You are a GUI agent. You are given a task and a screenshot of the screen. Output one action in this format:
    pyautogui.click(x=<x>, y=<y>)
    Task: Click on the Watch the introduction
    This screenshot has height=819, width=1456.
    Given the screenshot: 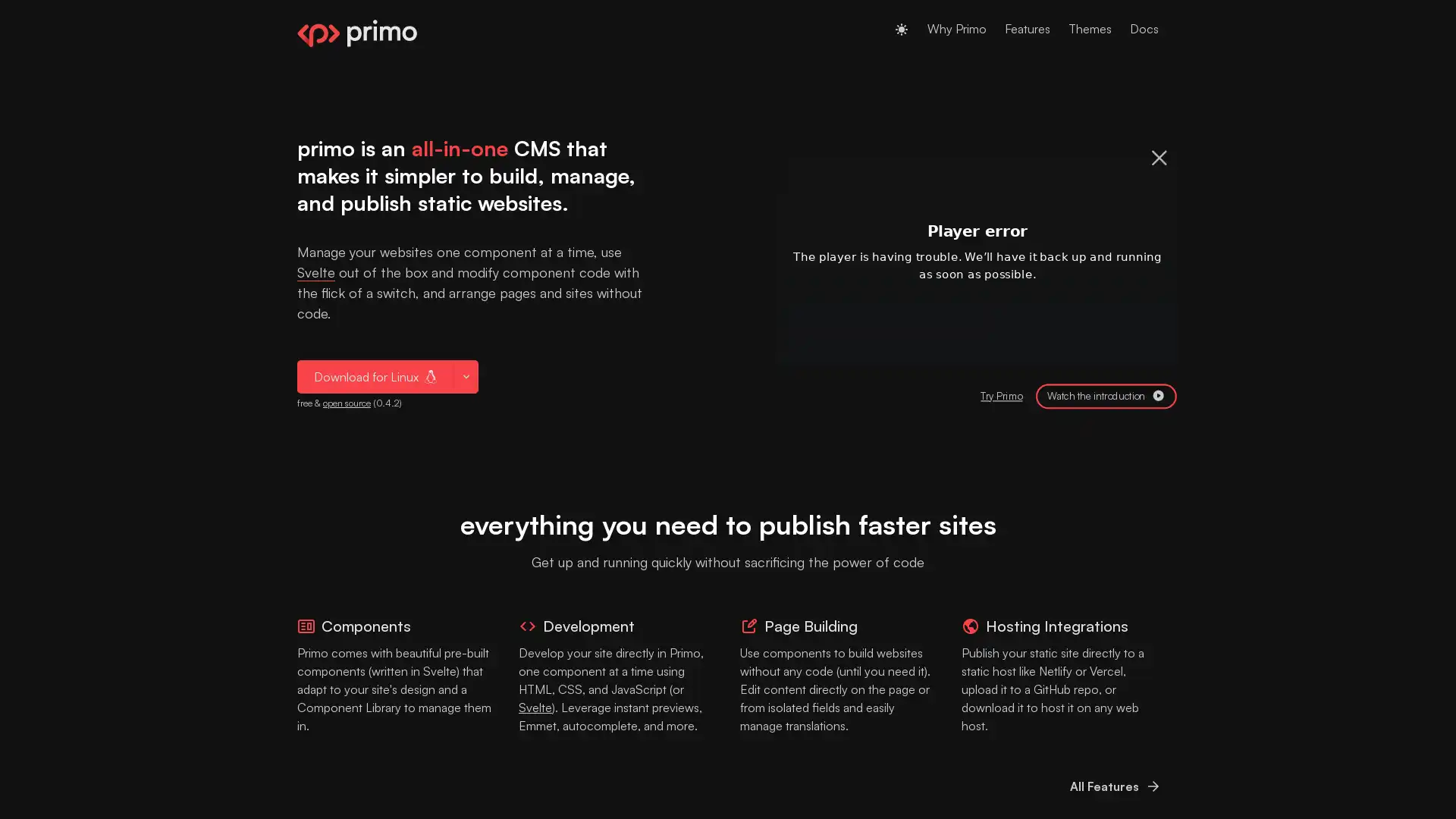 What is the action you would take?
    pyautogui.click(x=1106, y=395)
    